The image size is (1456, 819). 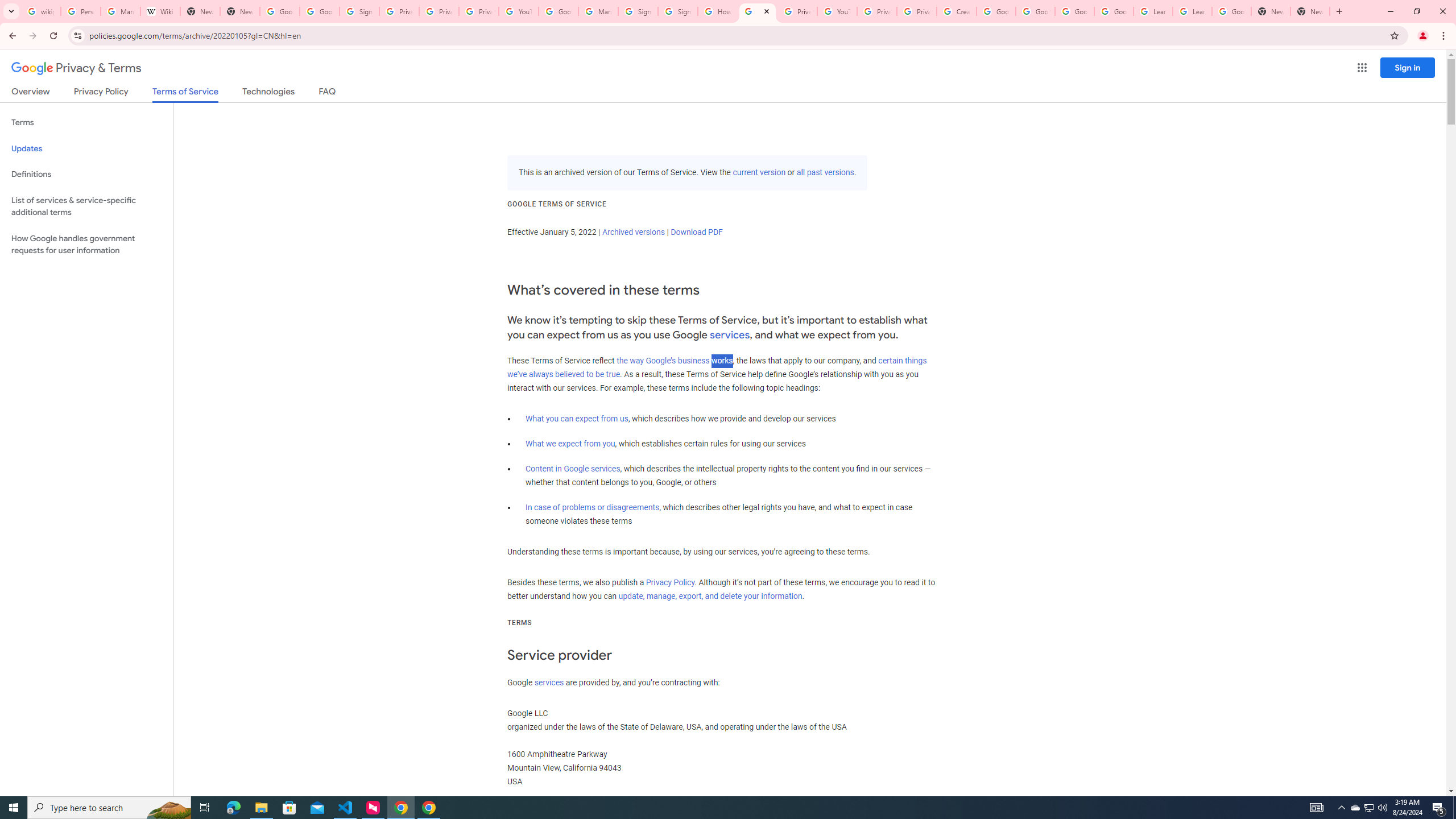 What do you see at coordinates (1270, 11) in the screenshot?
I see `'New Tab'` at bounding box center [1270, 11].